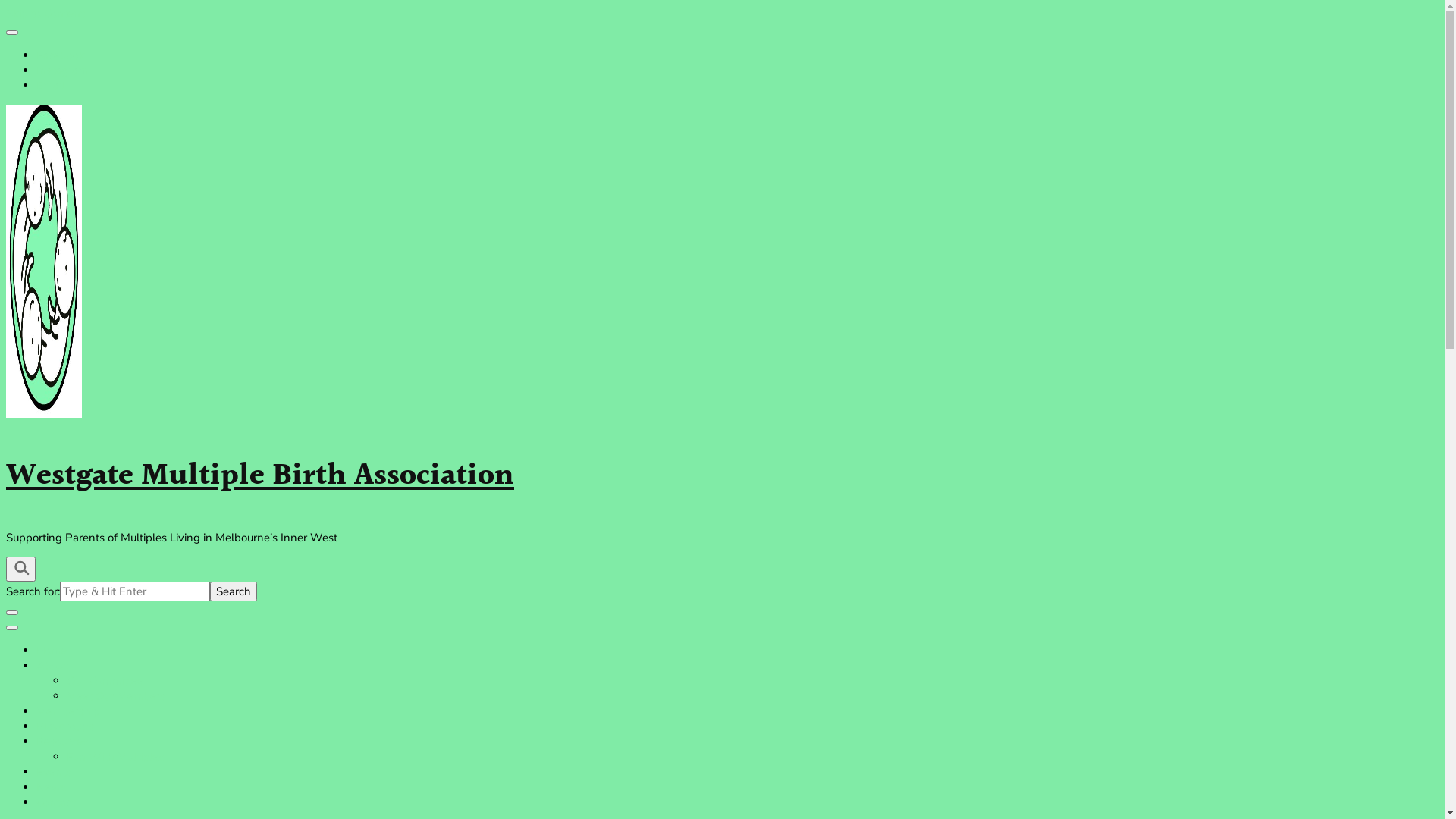 Image resolution: width=1456 pixels, height=819 pixels. Describe the element at coordinates (61, 70) in the screenshot. I see `'Instagram'` at that location.